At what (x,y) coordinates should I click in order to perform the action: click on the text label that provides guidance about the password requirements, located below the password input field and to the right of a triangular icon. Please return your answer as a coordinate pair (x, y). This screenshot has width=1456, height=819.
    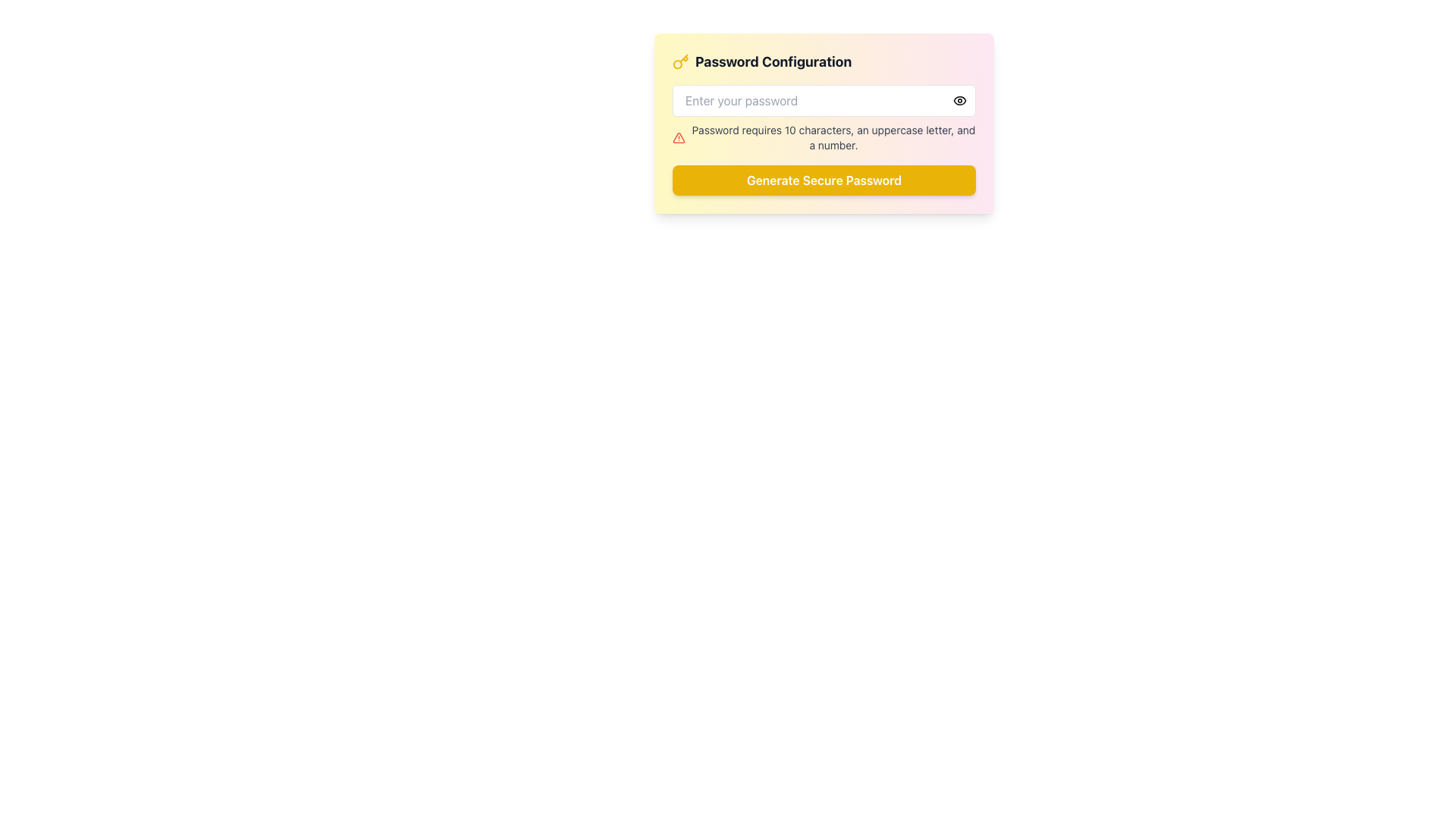
    Looking at the image, I should click on (833, 137).